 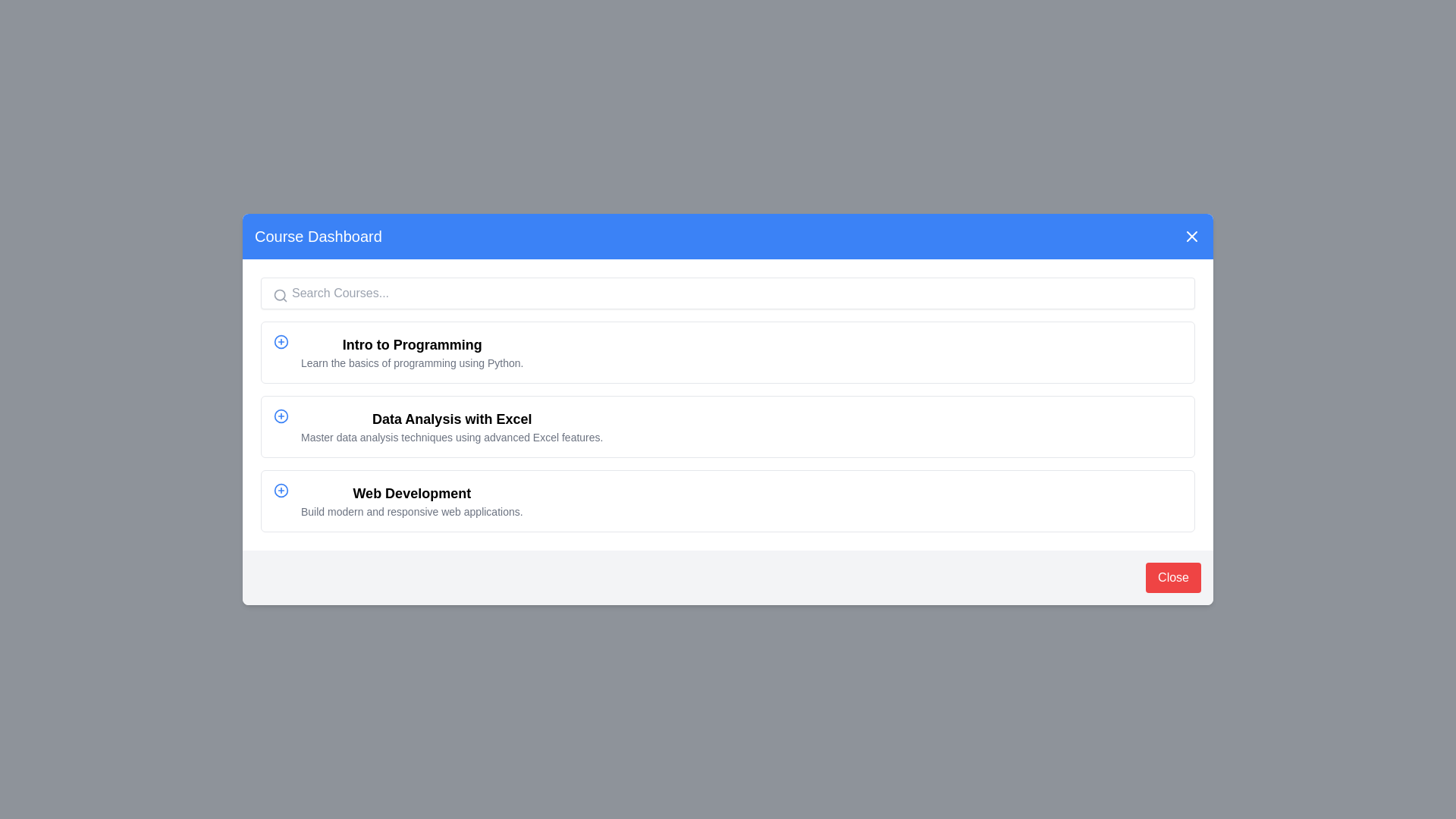 What do you see at coordinates (412, 353) in the screenshot?
I see `the text block that contains 'Intro to Programming' and 'Learn the basics of programming using Python.' positioned below the search bar in the main content area` at bounding box center [412, 353].